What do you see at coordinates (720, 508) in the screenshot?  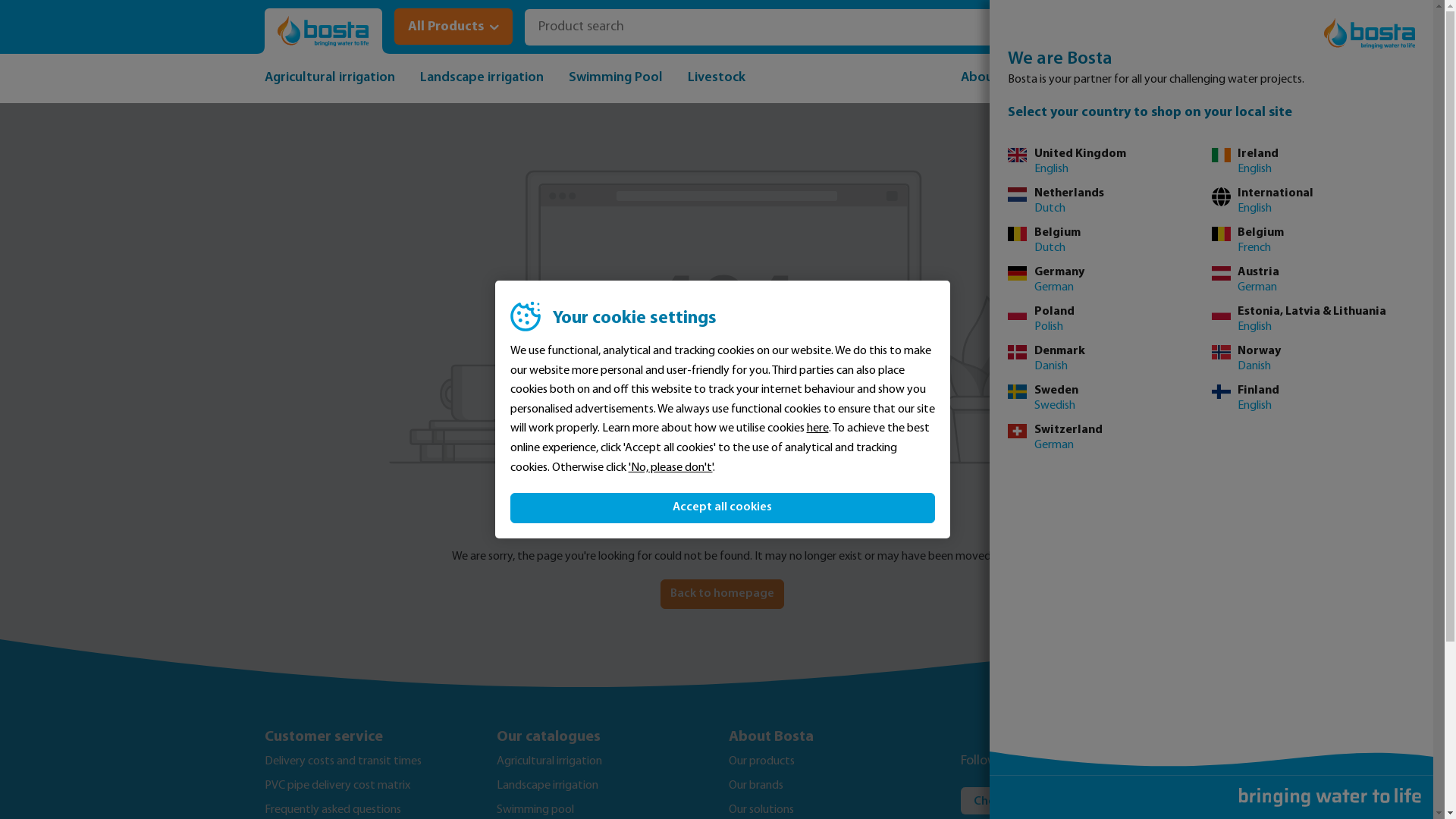 I see `'Accept all cookies'` at bounding box center [720, 508].